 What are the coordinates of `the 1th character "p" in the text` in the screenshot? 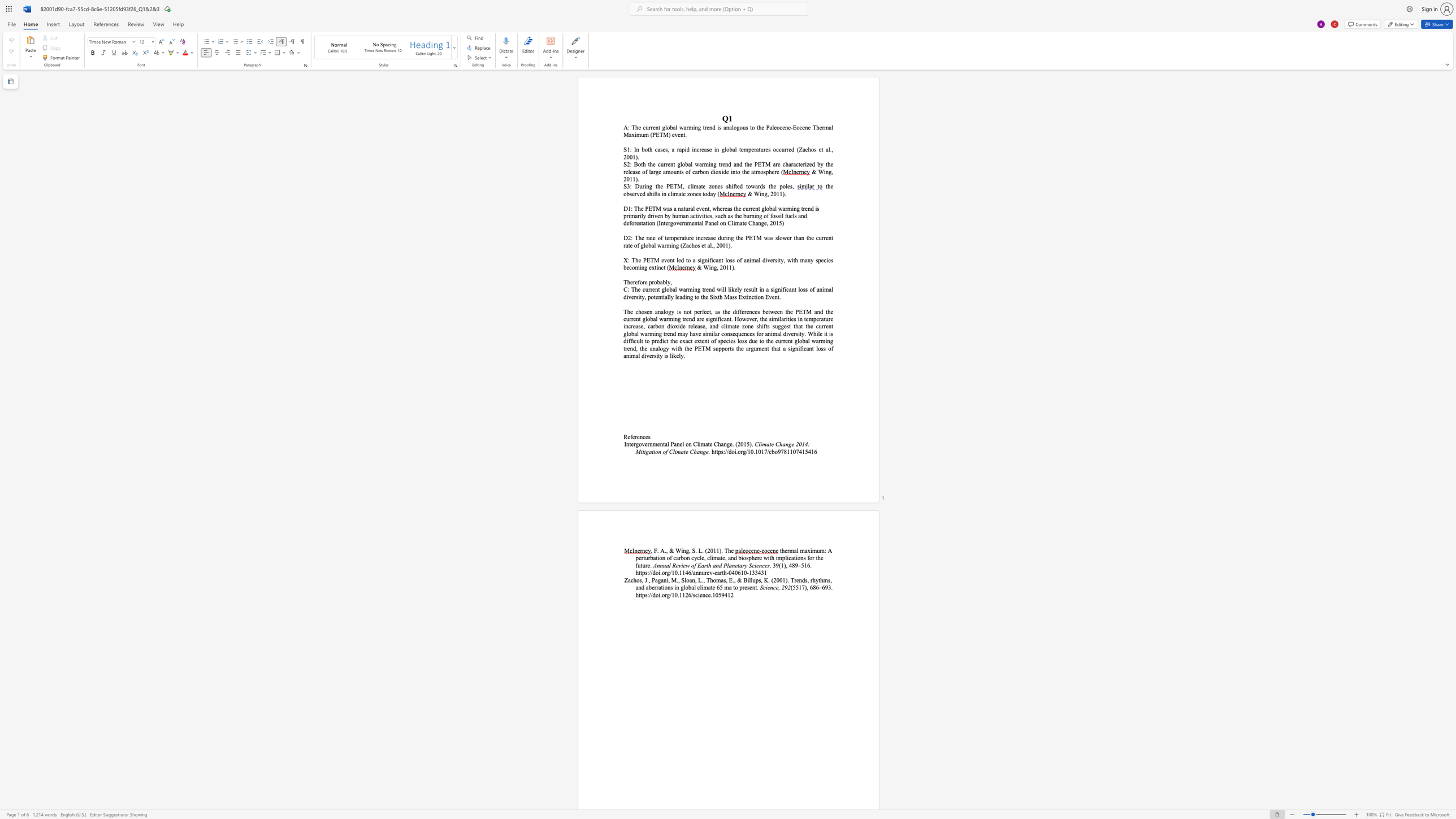 It's located at (719, 451).